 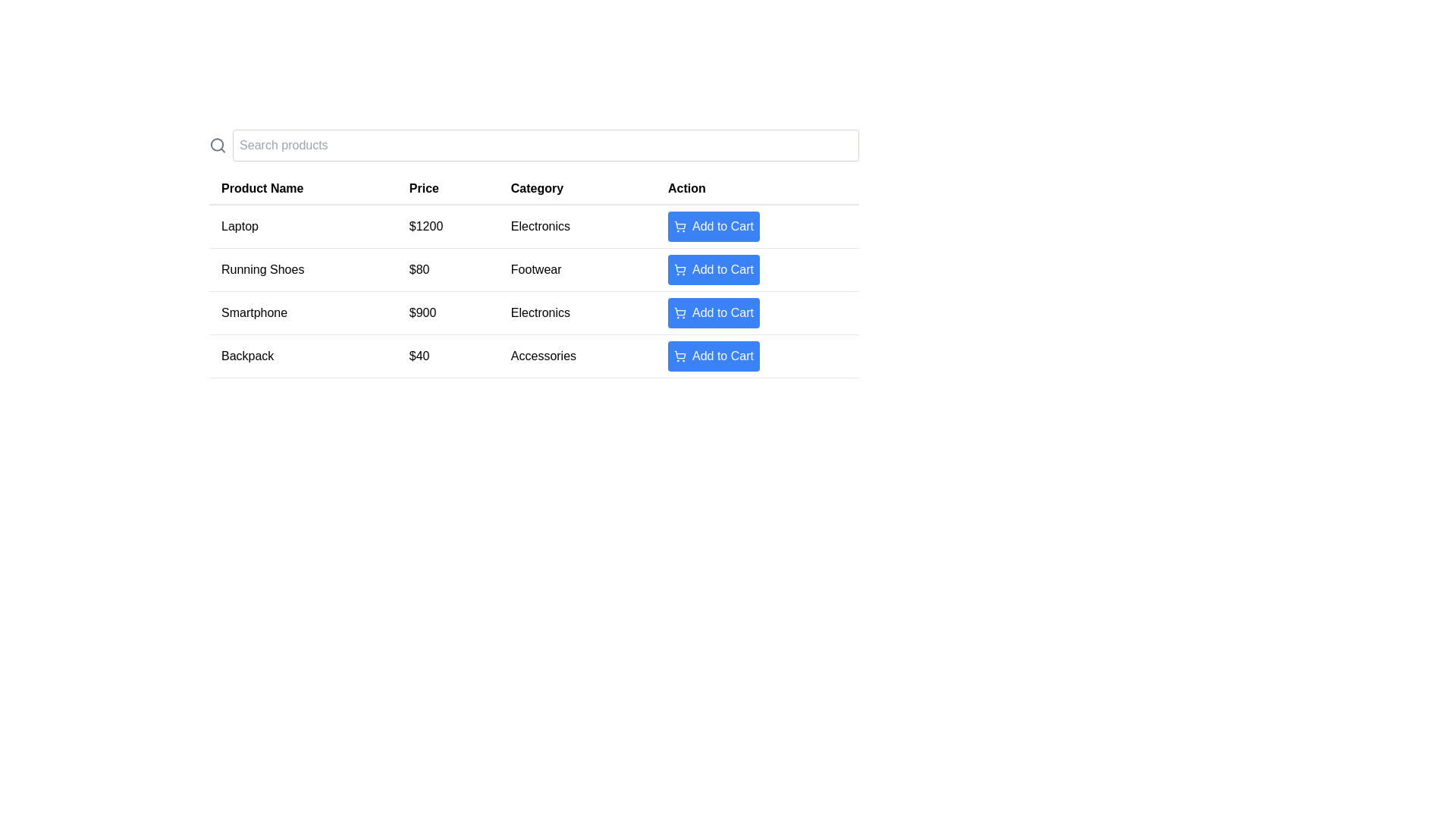 I want to click on the visual cue of the shopping cart icon, which is the central shape in the SVG representing the action of adding a product to the cart, located to the left of the 'Add to Cart' text in the third row of the table, so click(x=679, y=311).